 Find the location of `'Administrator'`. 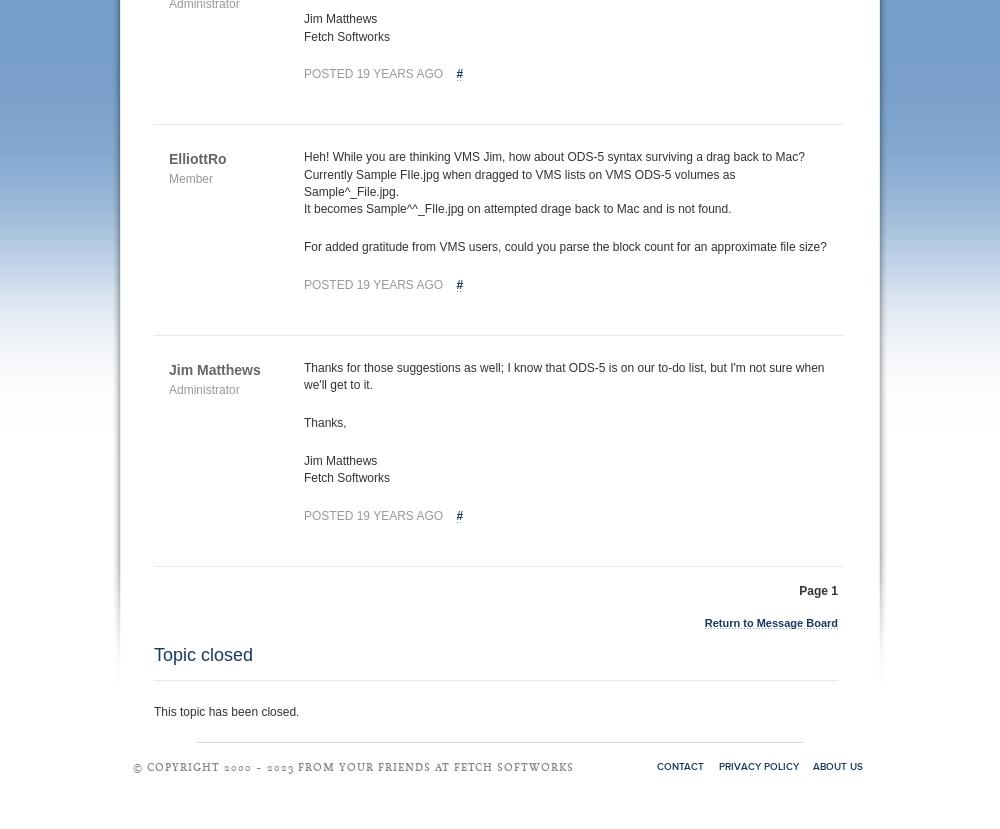

'Administrator' is located at coordinates (203, 388).